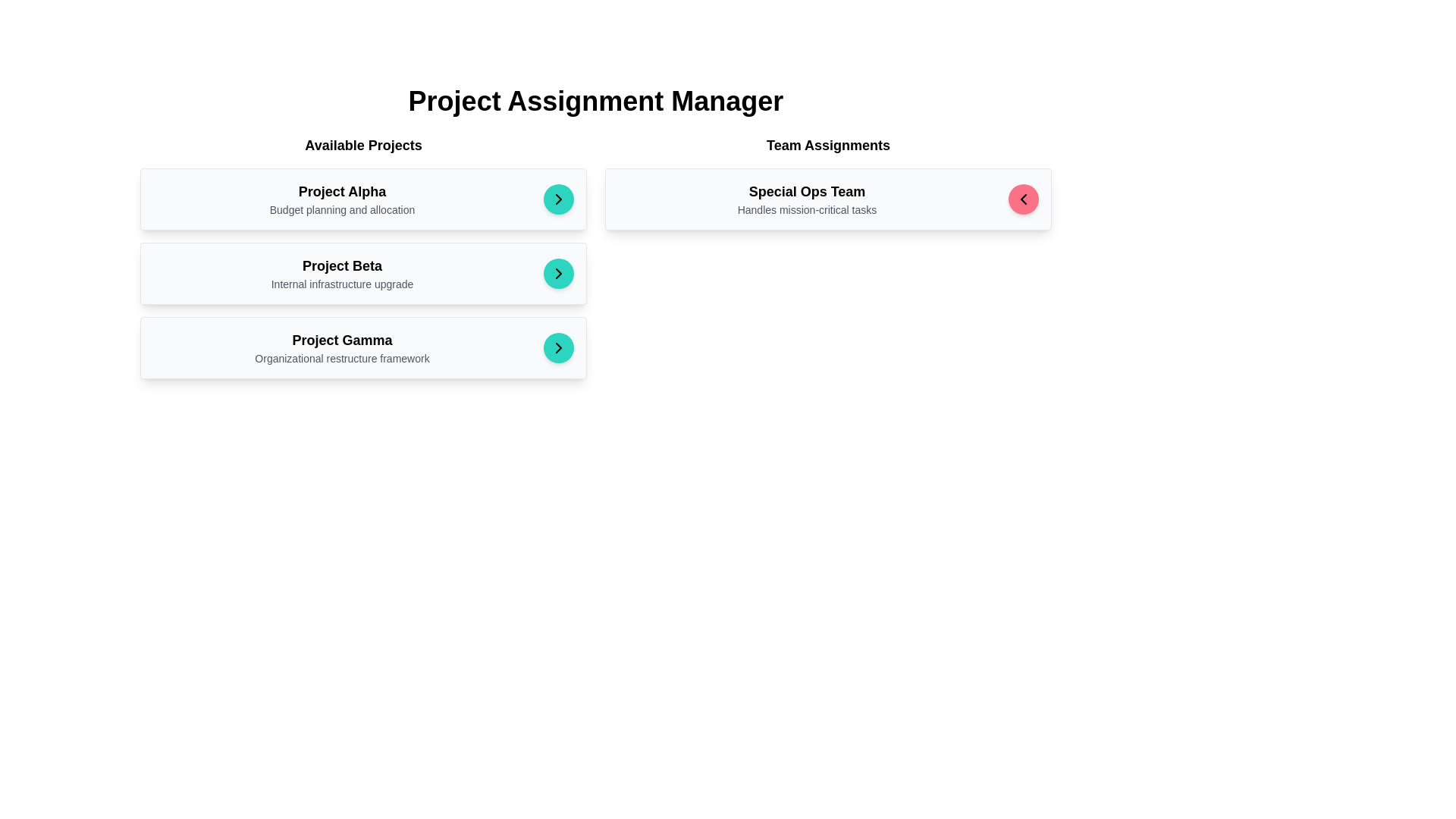 Image resolution: width=1456 pixels, height=819 pixels. I want to click on the text element displaying 'Internal infrastructure upgrade', which is located under the title 'Project Beta' in the 'Available Projects' section, so click(341, 284).